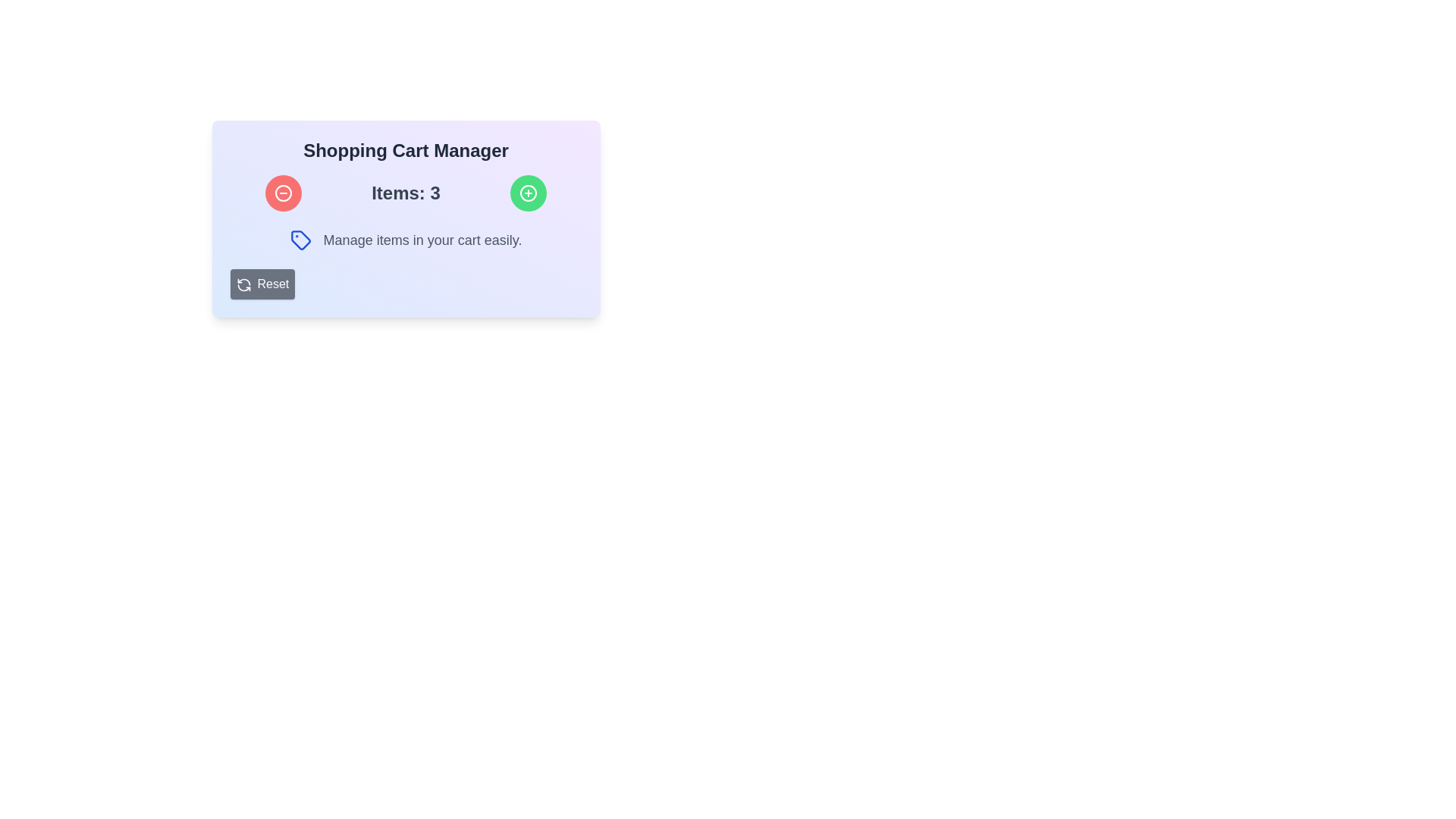 The image size is (1456, 819). I want to click on the circular green button with a plus sign icon located in the right section of the card interface, so click(529, 192).